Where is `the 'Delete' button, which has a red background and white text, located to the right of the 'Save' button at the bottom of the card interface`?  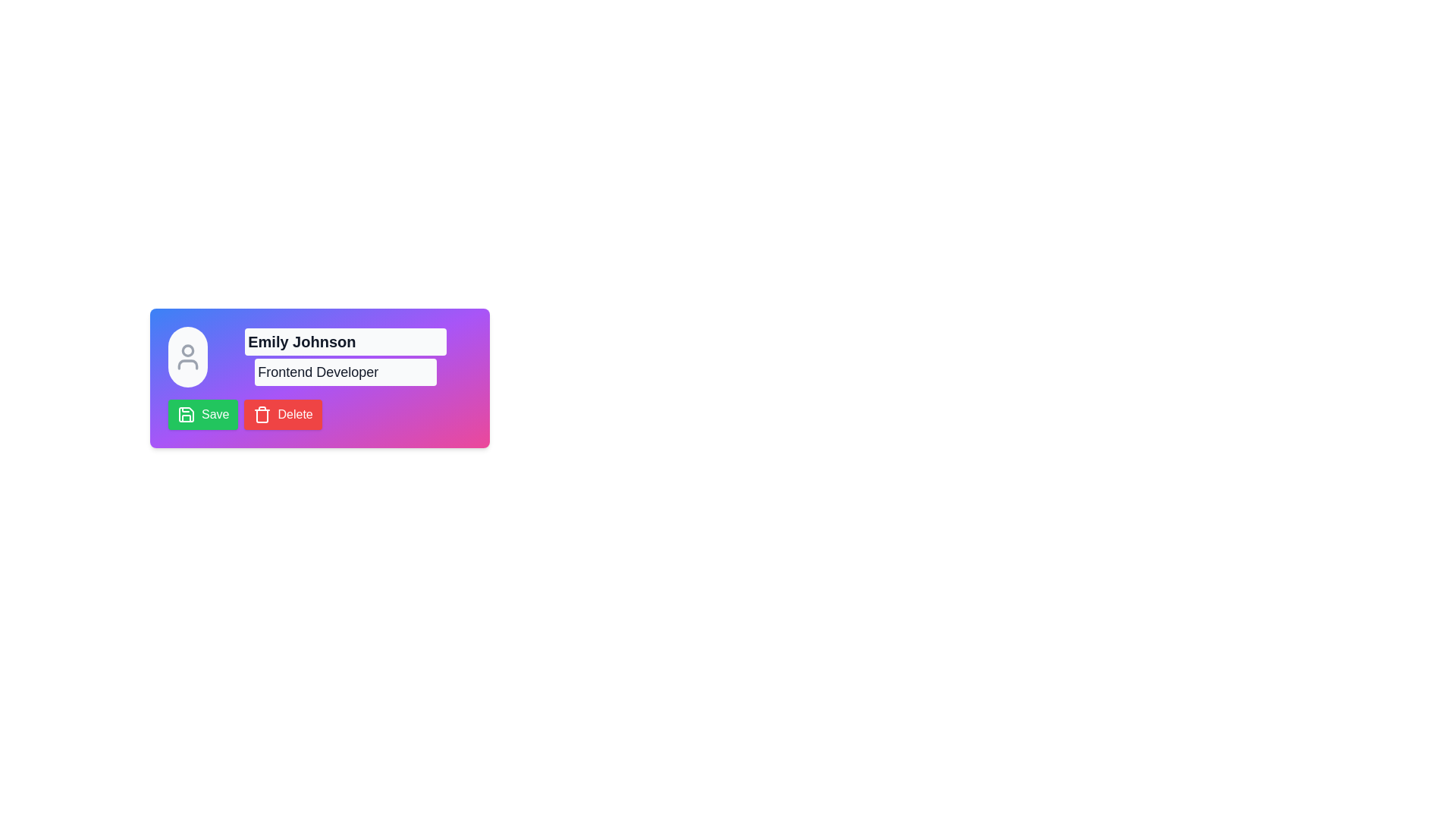 the 'Delete' button, which has a red background and white text, located to the right of the 'Save' button at the bottom of the card interface is located at coordinates (319, 415).